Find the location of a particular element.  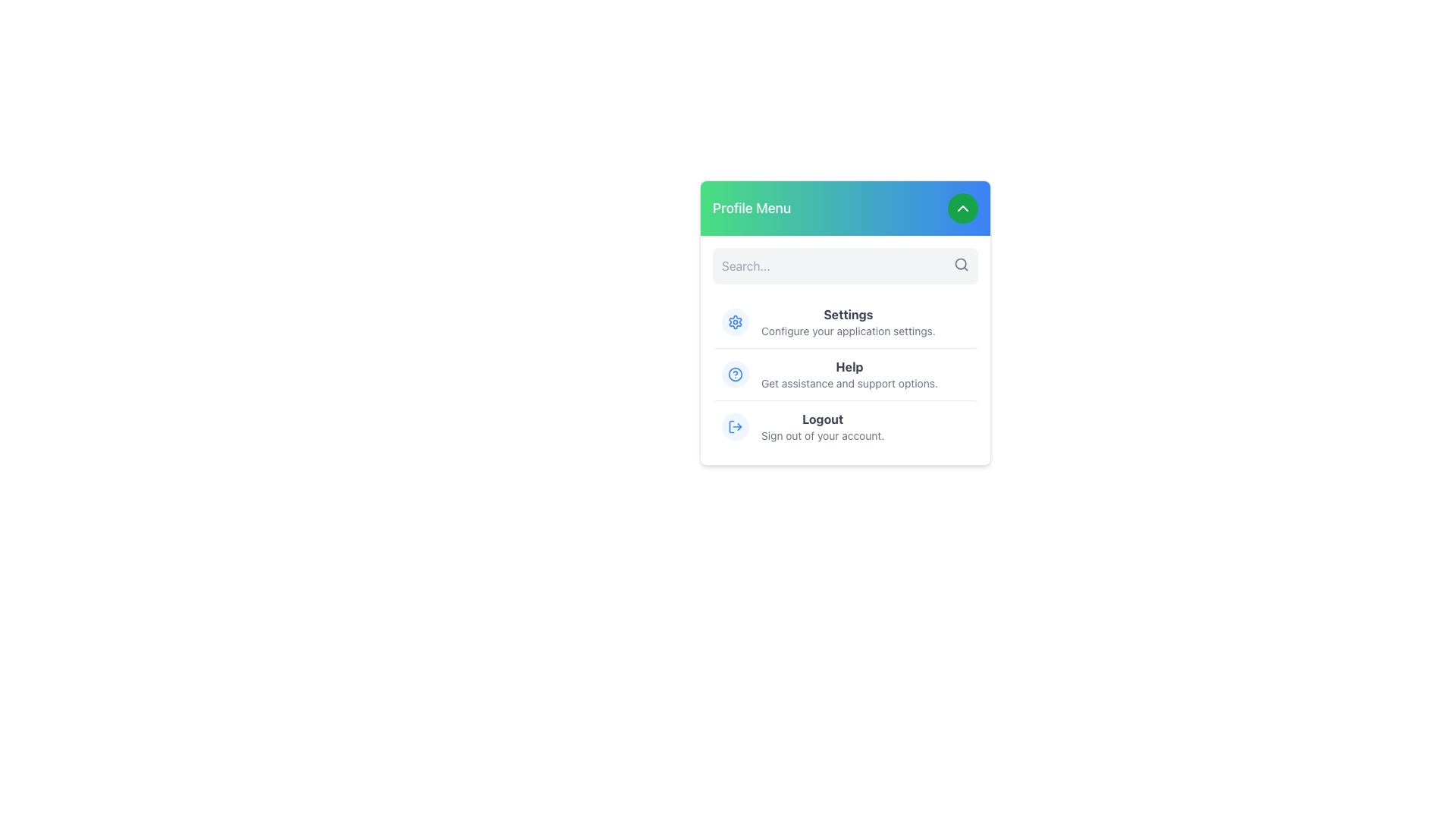

the 'Help' icon located to the left of the bolded text 'Help' in the second list item of the menu is located at coordinates (735, 374).